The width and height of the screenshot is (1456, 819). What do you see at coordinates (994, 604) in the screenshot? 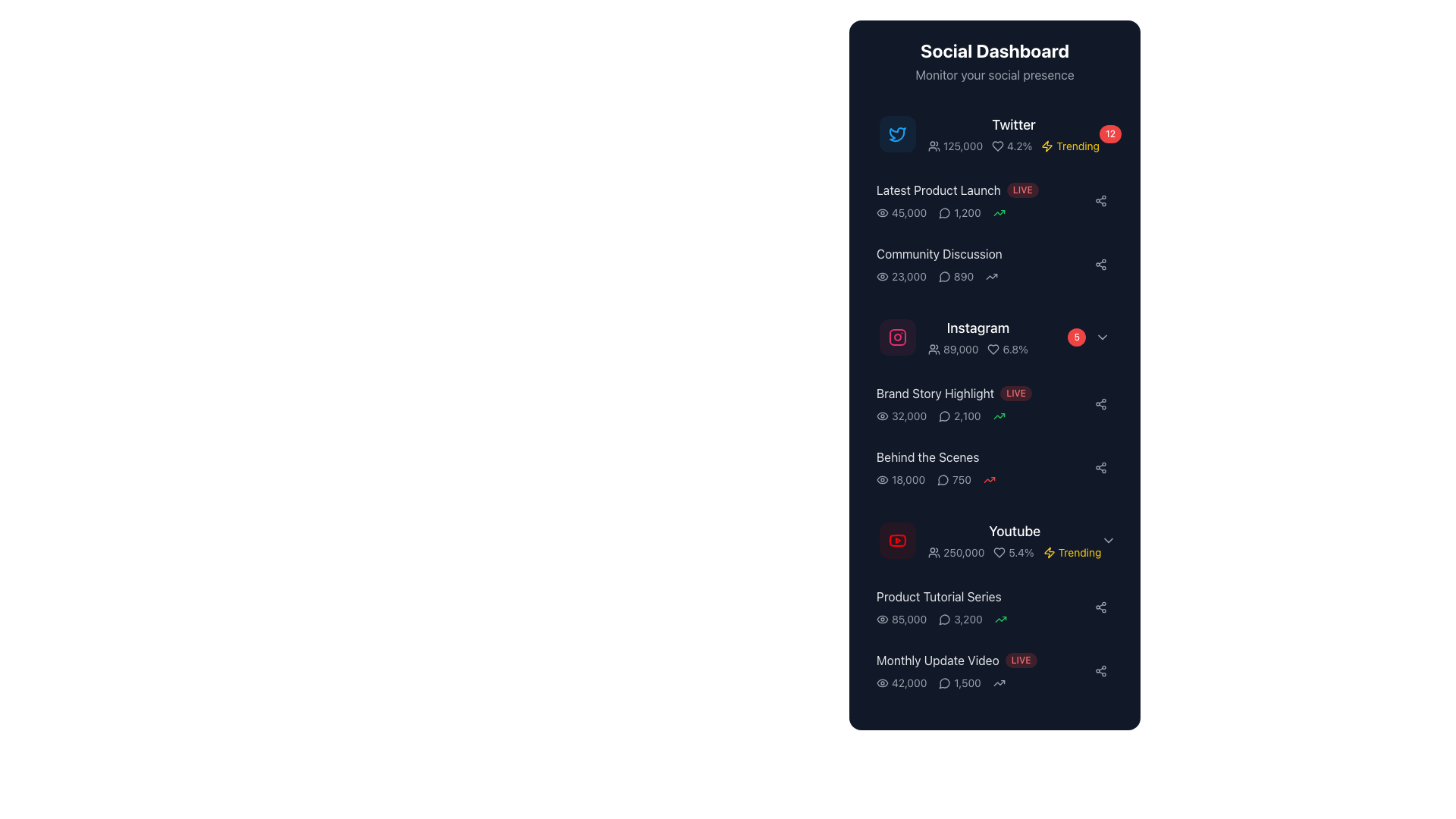
I see `the list item labeled 'Product Tutorial Series' that displays views and comments statistics in the 'Youtube' section of the 'Social Dashboard'` at bounding box center [994, 604].